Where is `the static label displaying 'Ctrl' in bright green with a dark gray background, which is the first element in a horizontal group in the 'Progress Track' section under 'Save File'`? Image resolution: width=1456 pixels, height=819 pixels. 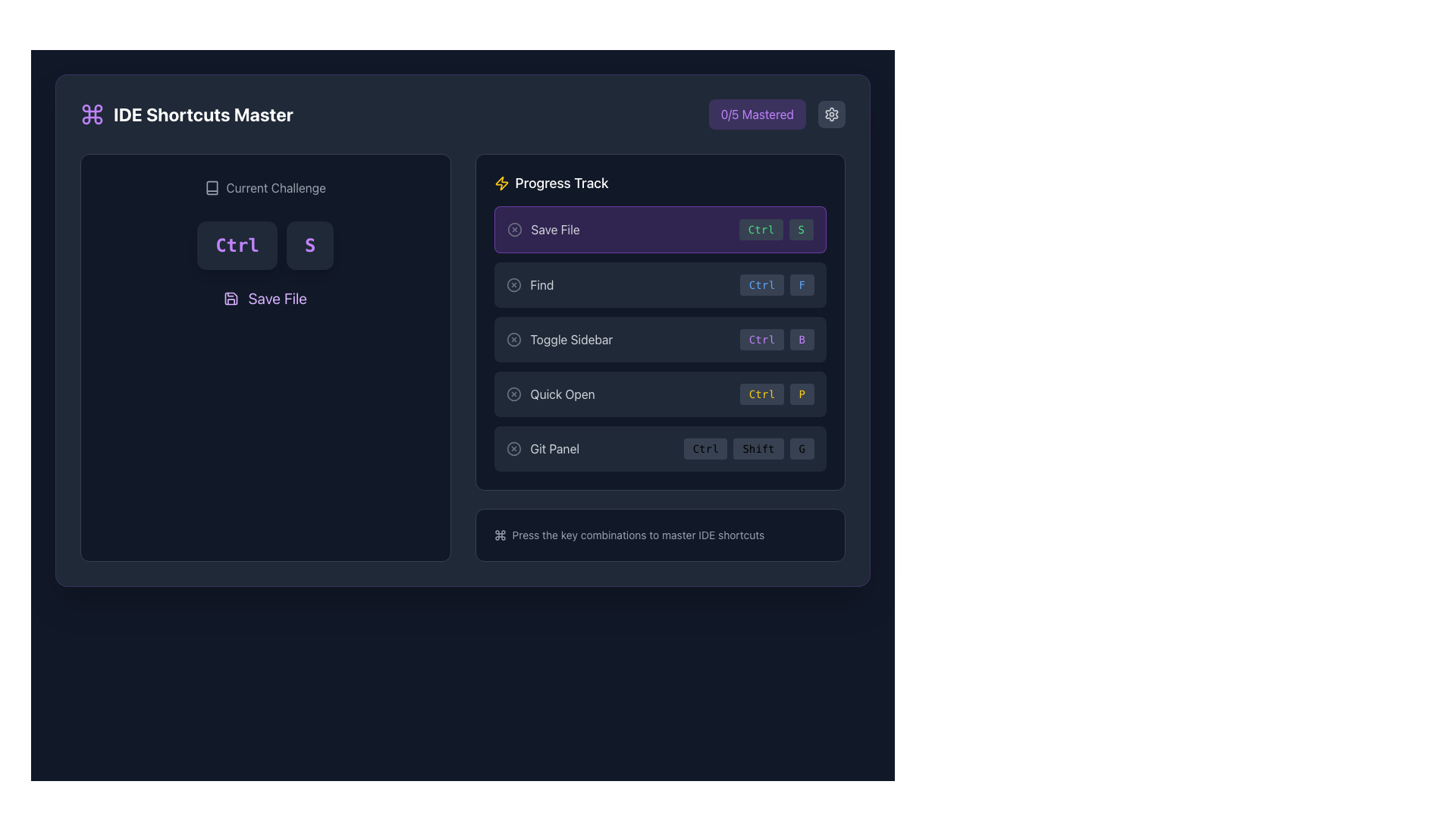 the static label displaying 'Ctrl' in bright green with a dark gray background, which is the first element in a horizontal group in the 'Progress Track' section under 'Save File' is located at coordinates (761, 230).